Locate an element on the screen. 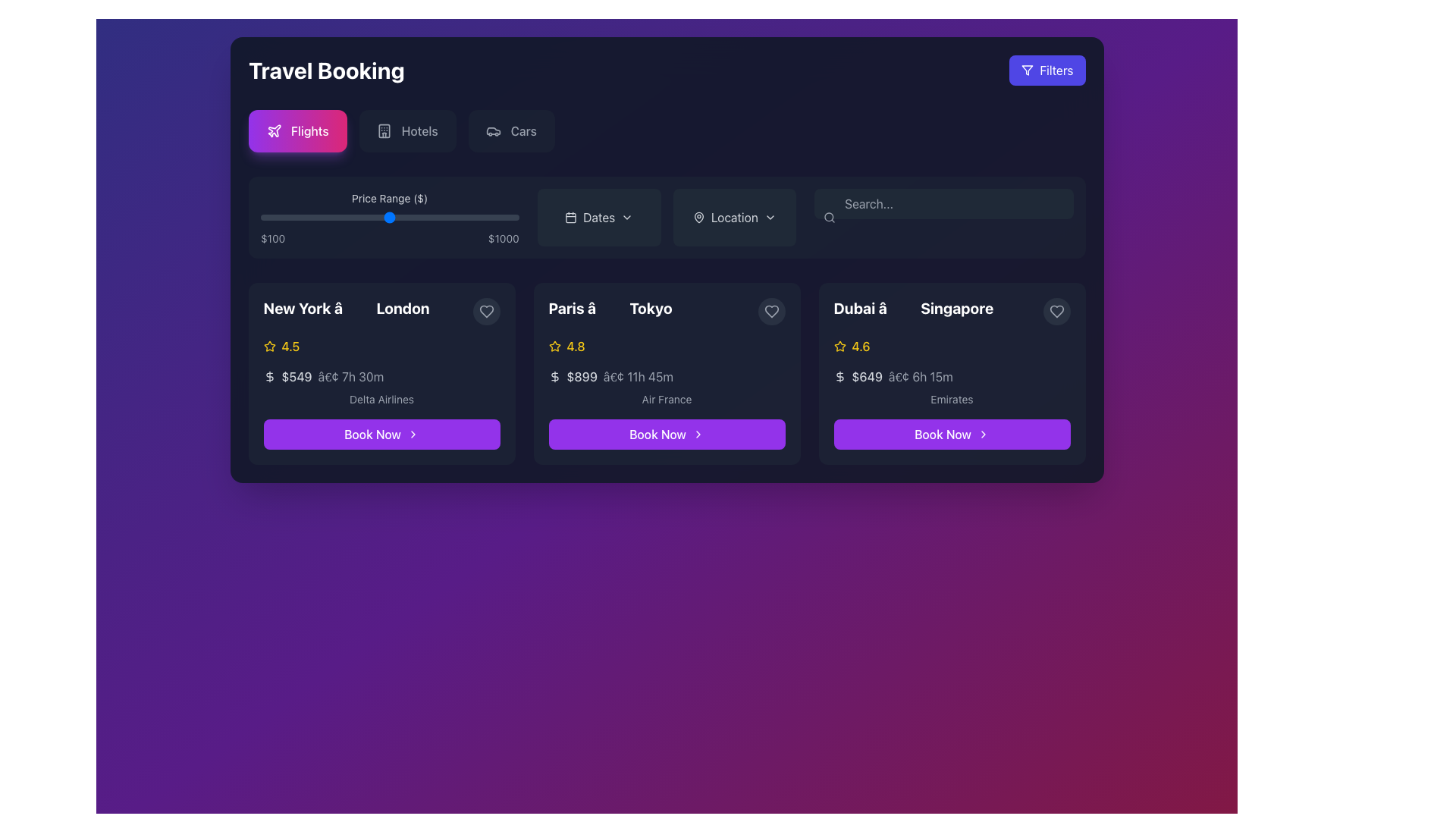 The height and width of the screenshot is (819, 1456). the currency symbol icon indicating the price is in dollars for the Paris to Tokyo flight information card is located at coordinates (554, 376).